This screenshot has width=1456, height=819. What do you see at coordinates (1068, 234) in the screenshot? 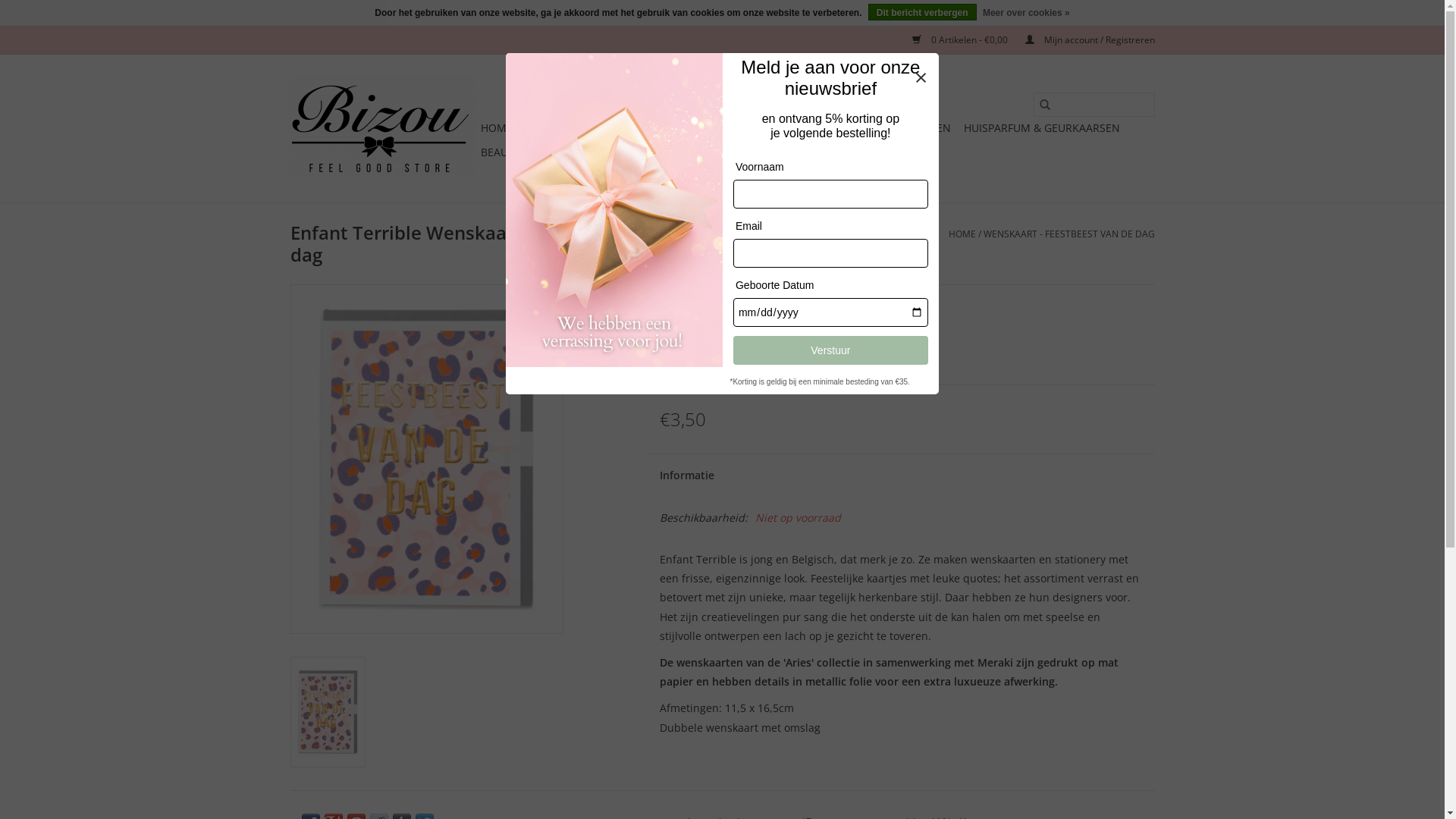
I see `'WENSKAART - FEESTBEEST VAN DE DAG'` at bounding box center [1068, 234].